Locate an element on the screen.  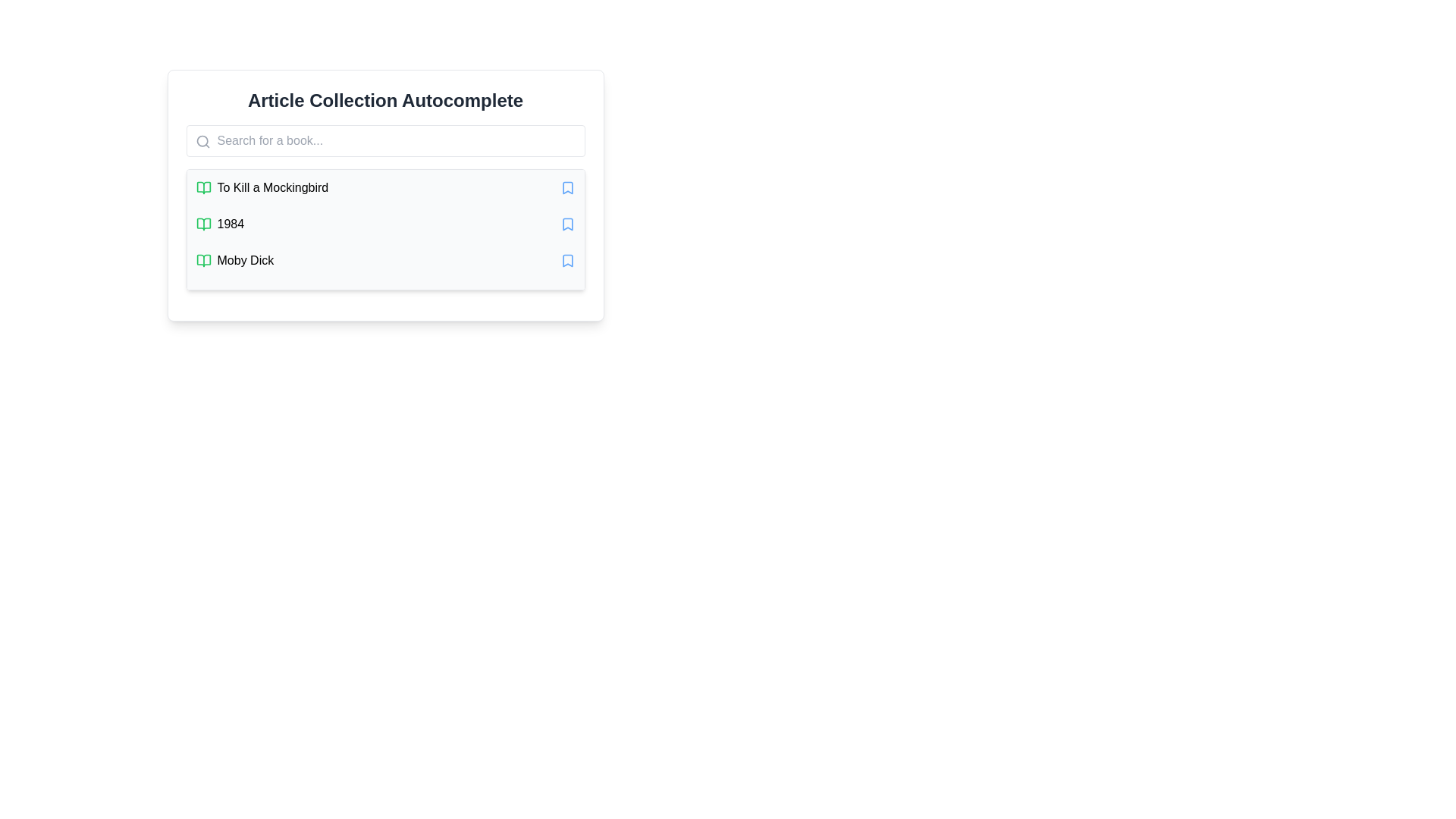
the text of the third entry in the 'Article Collection Autocomplete' section of the book search results list is located at coordinates (234, 259).